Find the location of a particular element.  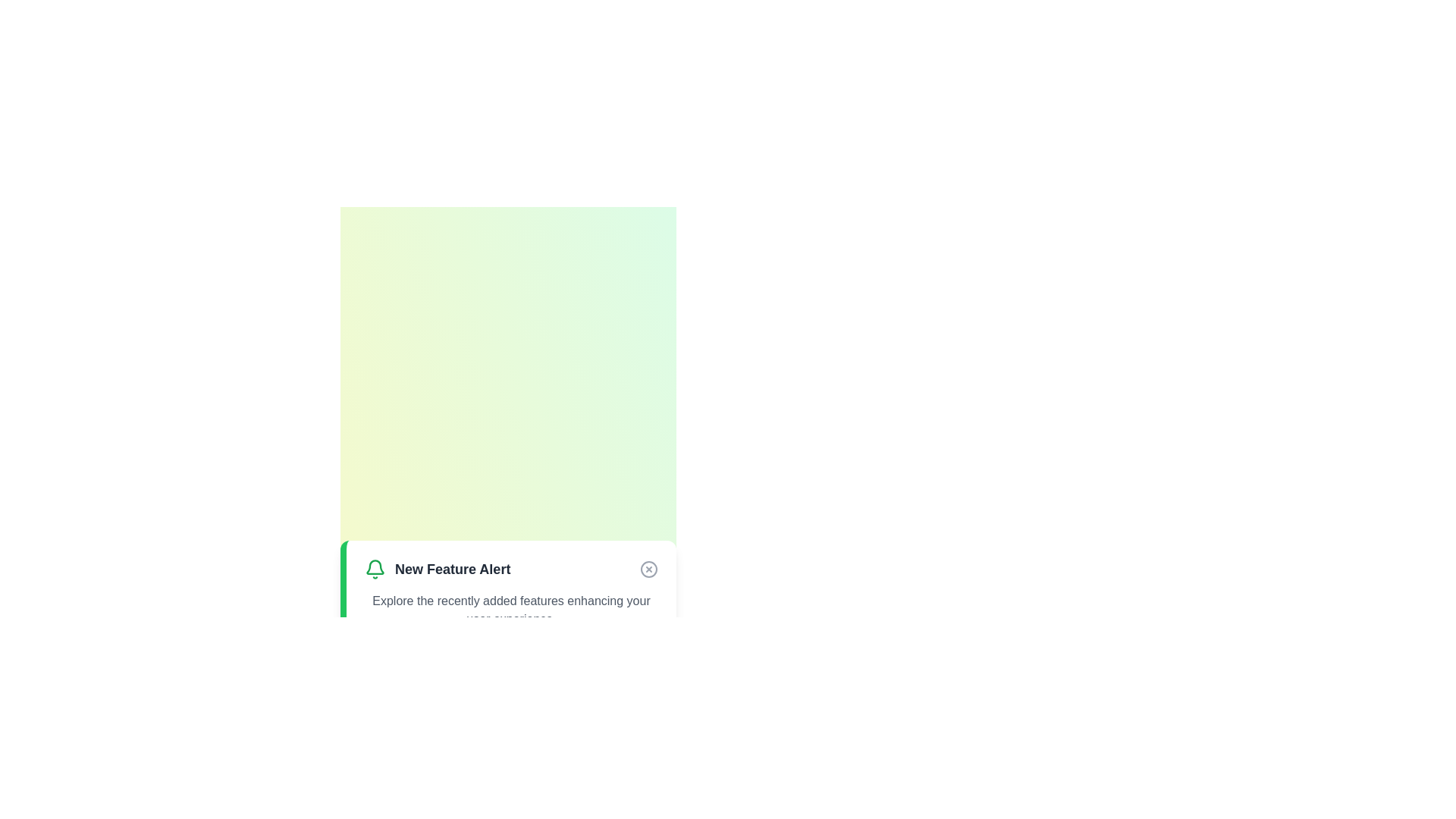

the circular close button element located in the top-right corner of the notification box is located at coordinates (648, 570).